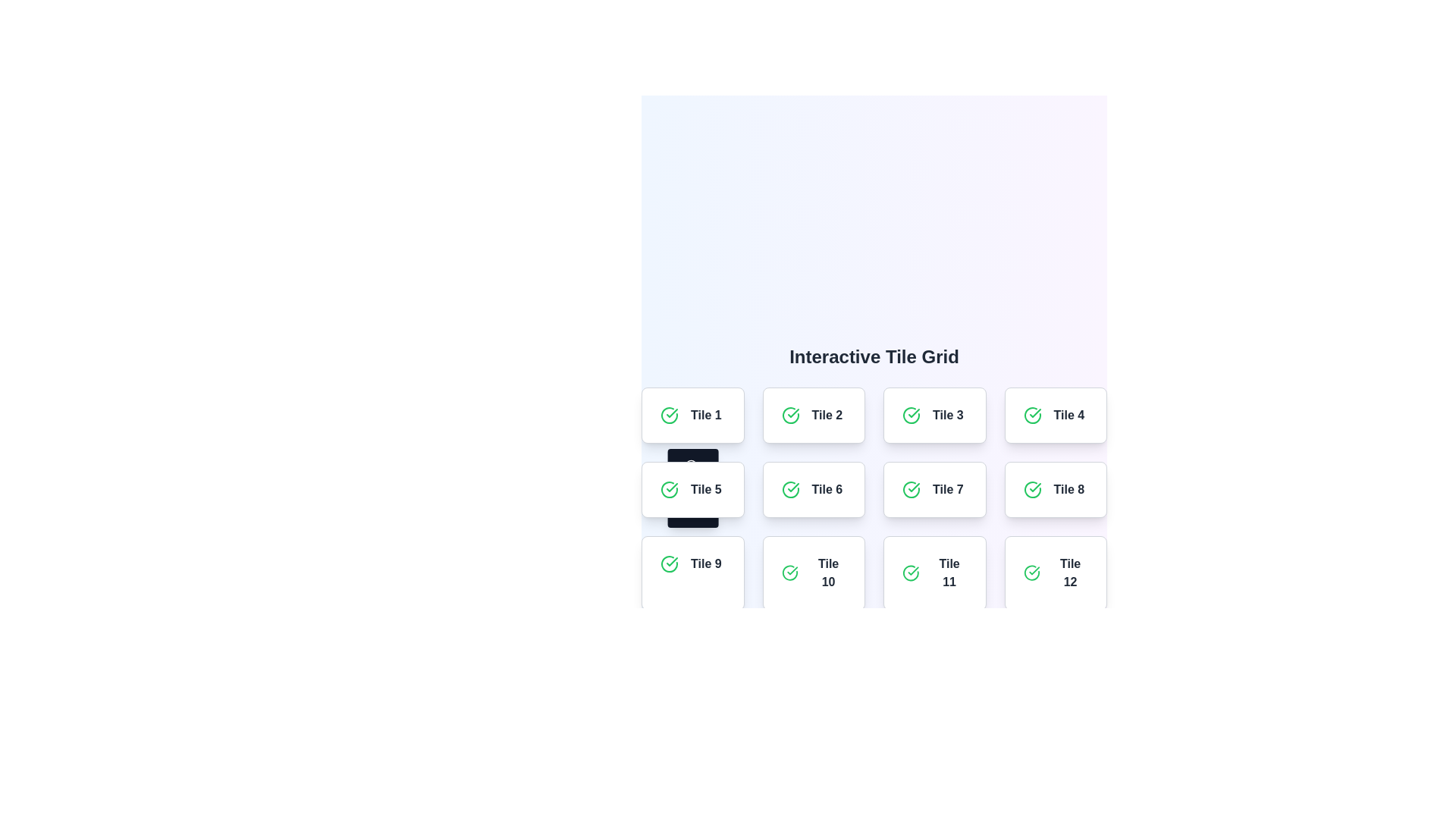  I want to click on the rectangular tile with a white background, green checkmark icon, and bold black text 'Tile 11' to activate hover effects, so click(934, 573).